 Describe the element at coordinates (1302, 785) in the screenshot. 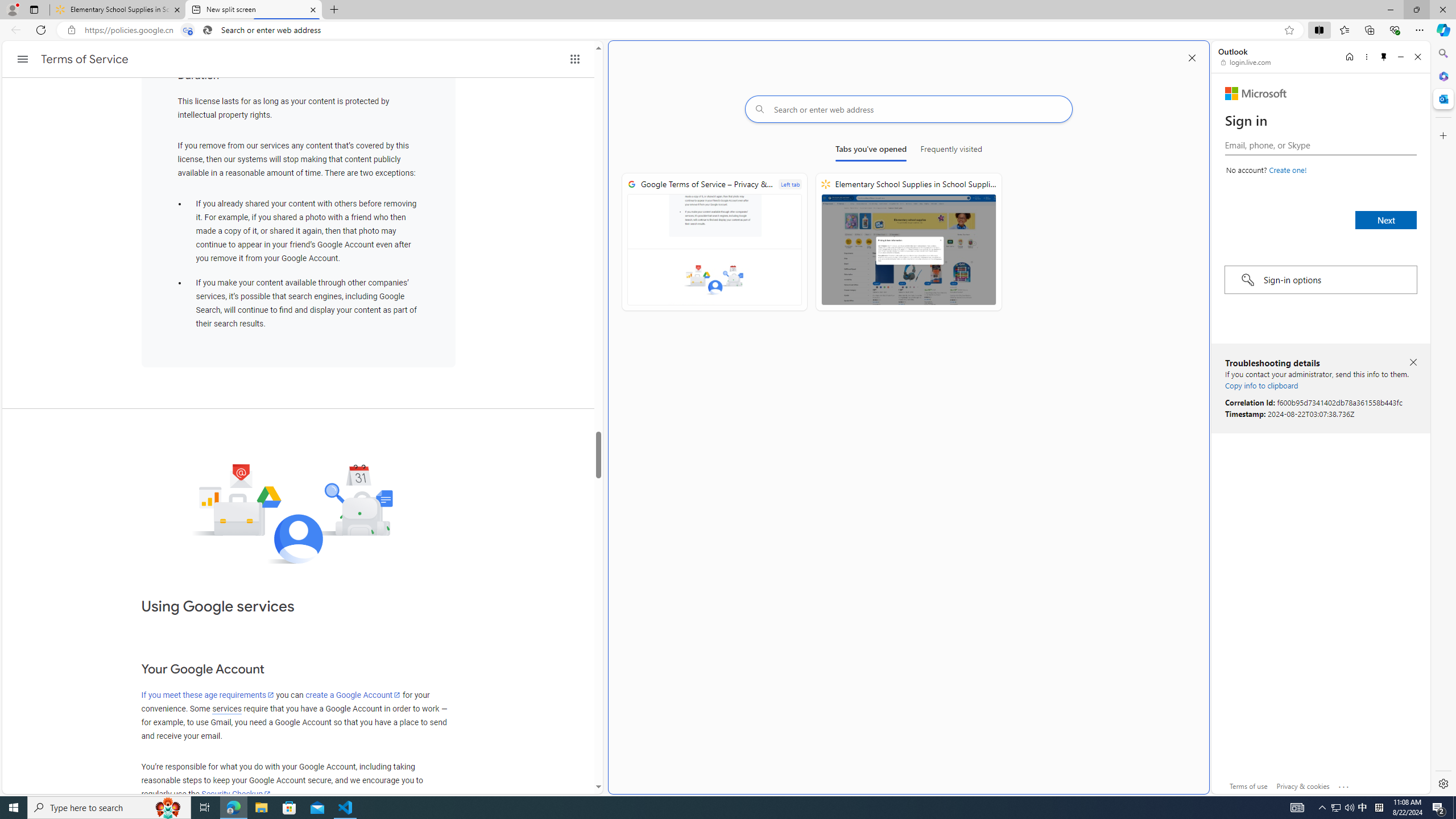

I see `'Privacy & cookies'` at that location.